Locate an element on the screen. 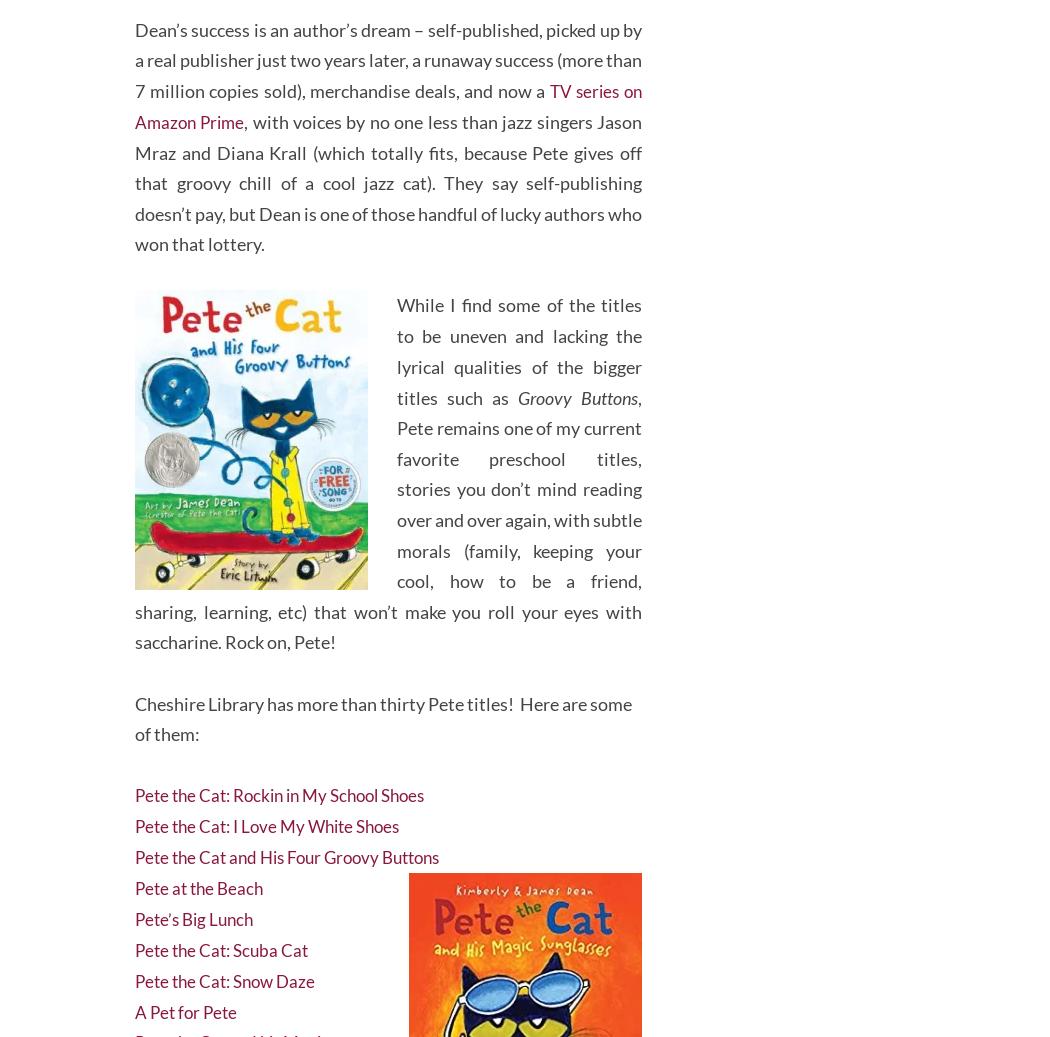 This screenshot has width=1050, height=1037. 'While I find some of the titles to be uneven and lacking the lyrical qualities of the bigger titles such as' is located at coordinates (518, 339).